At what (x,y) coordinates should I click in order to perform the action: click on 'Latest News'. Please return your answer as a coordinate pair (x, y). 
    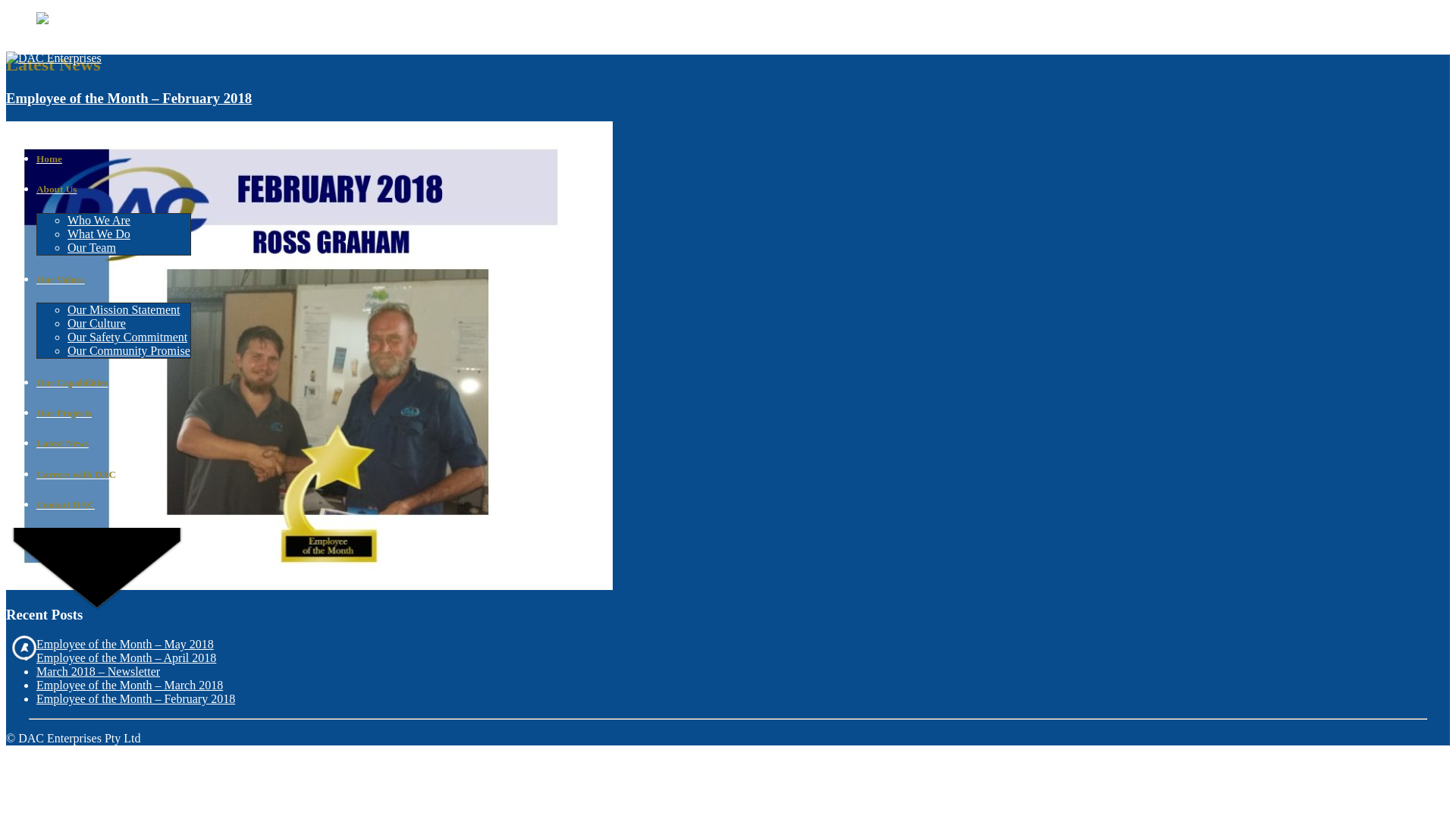
    Looking at the image, I should click on (112, 444).